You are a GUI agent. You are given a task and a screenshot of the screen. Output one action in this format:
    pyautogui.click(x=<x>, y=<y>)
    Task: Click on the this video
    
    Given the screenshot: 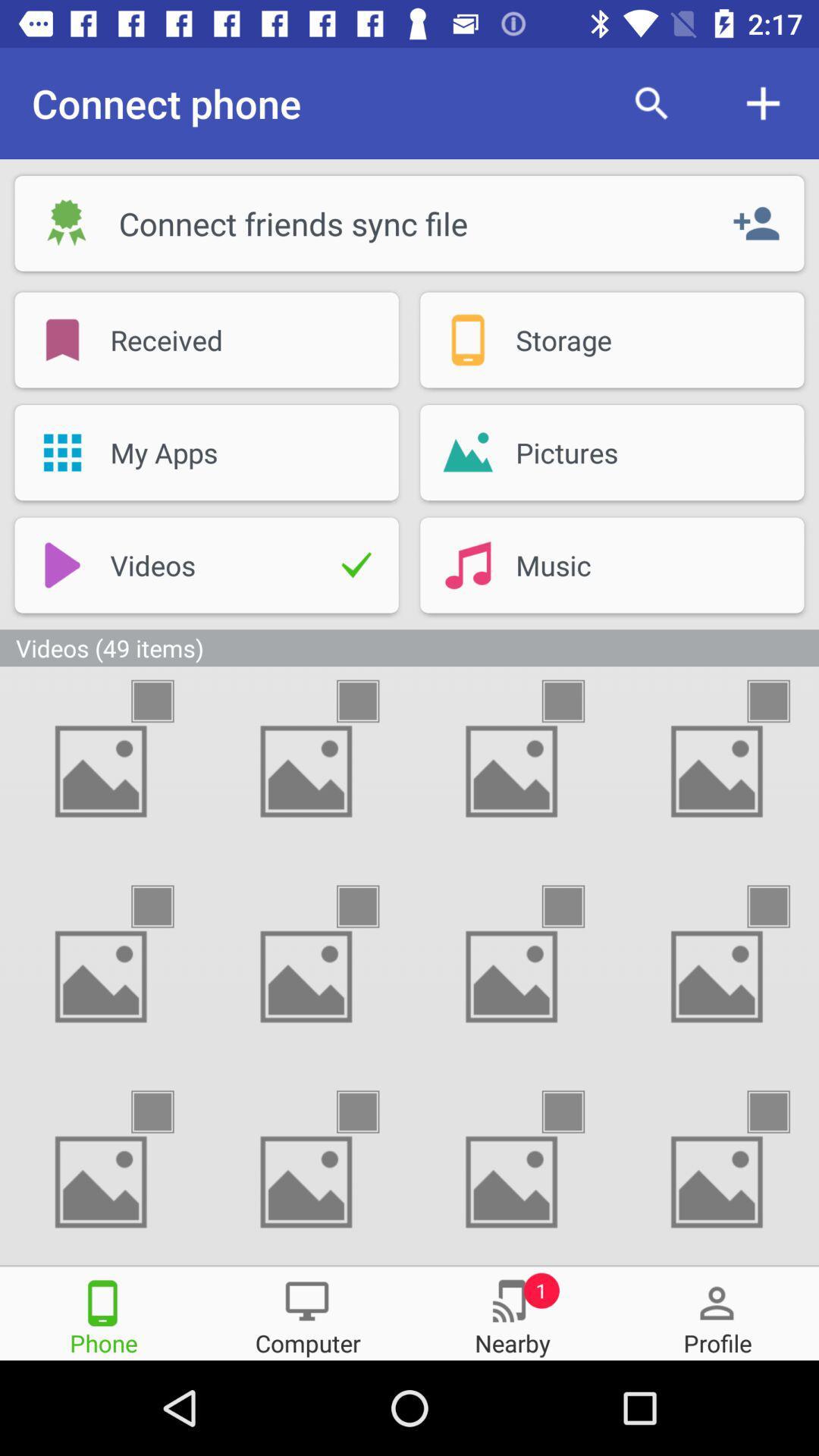 What is the action you would take?
    pyautogui.click(x=166, y=906)
    